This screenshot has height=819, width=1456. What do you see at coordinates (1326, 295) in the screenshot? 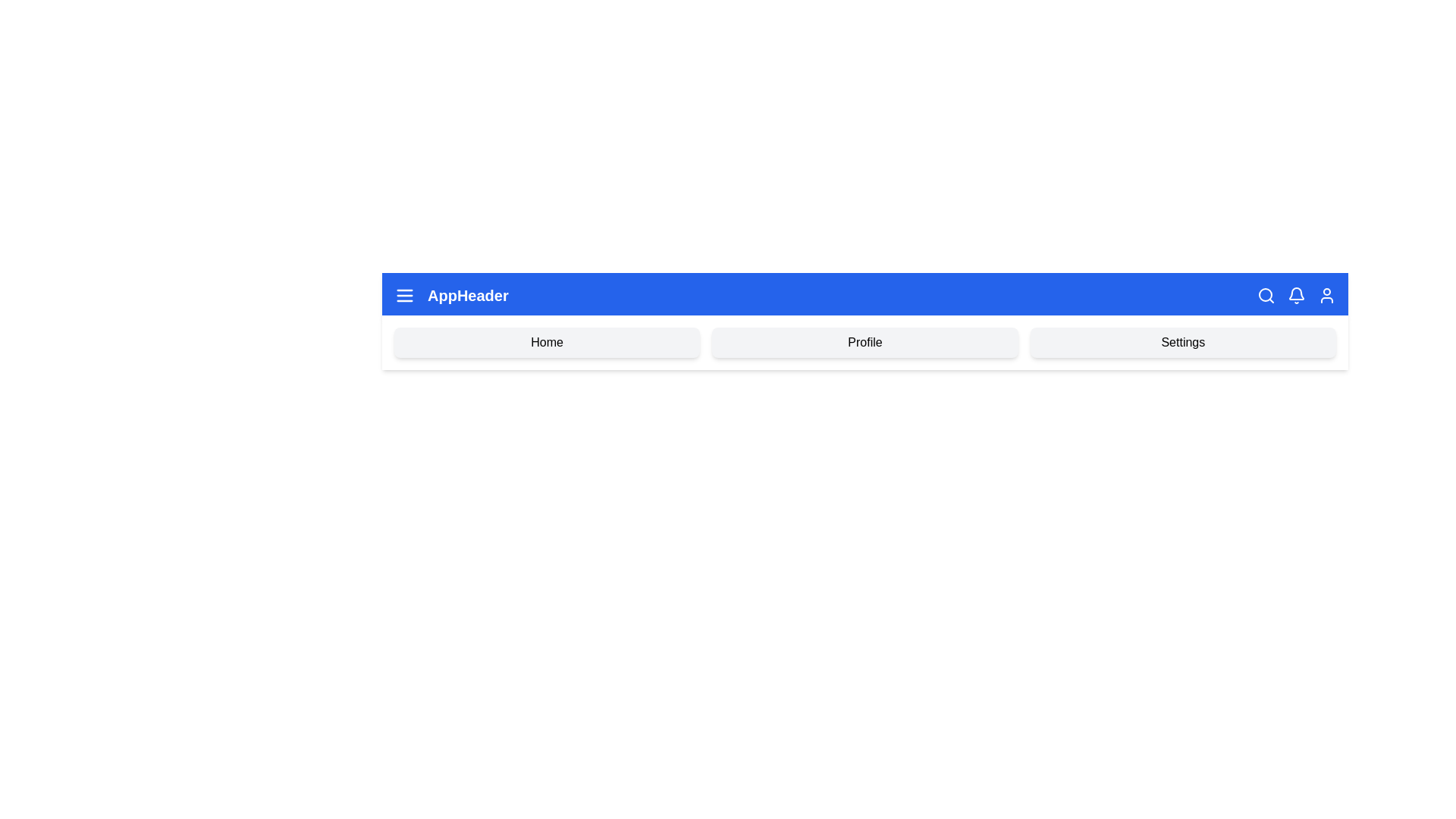
I see `the user icon in the header to access user-related actions` at bounding box center [1326, 295].